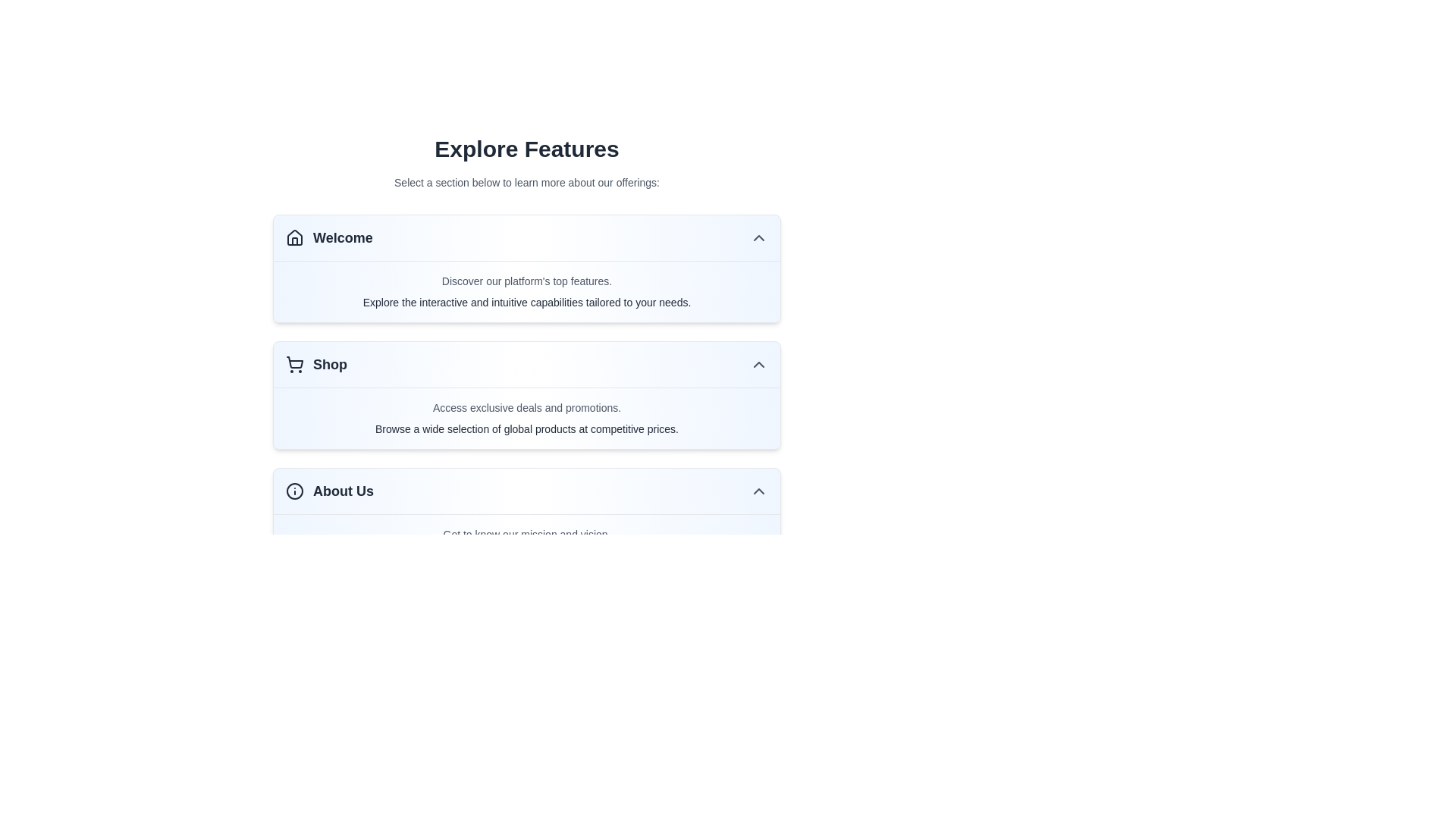 Image resolution: width=1456 pixels, height=819 pixels. I want to click on the house icon located next to the 'Welcome' text label in the first card of the interface, so click(294, 237).